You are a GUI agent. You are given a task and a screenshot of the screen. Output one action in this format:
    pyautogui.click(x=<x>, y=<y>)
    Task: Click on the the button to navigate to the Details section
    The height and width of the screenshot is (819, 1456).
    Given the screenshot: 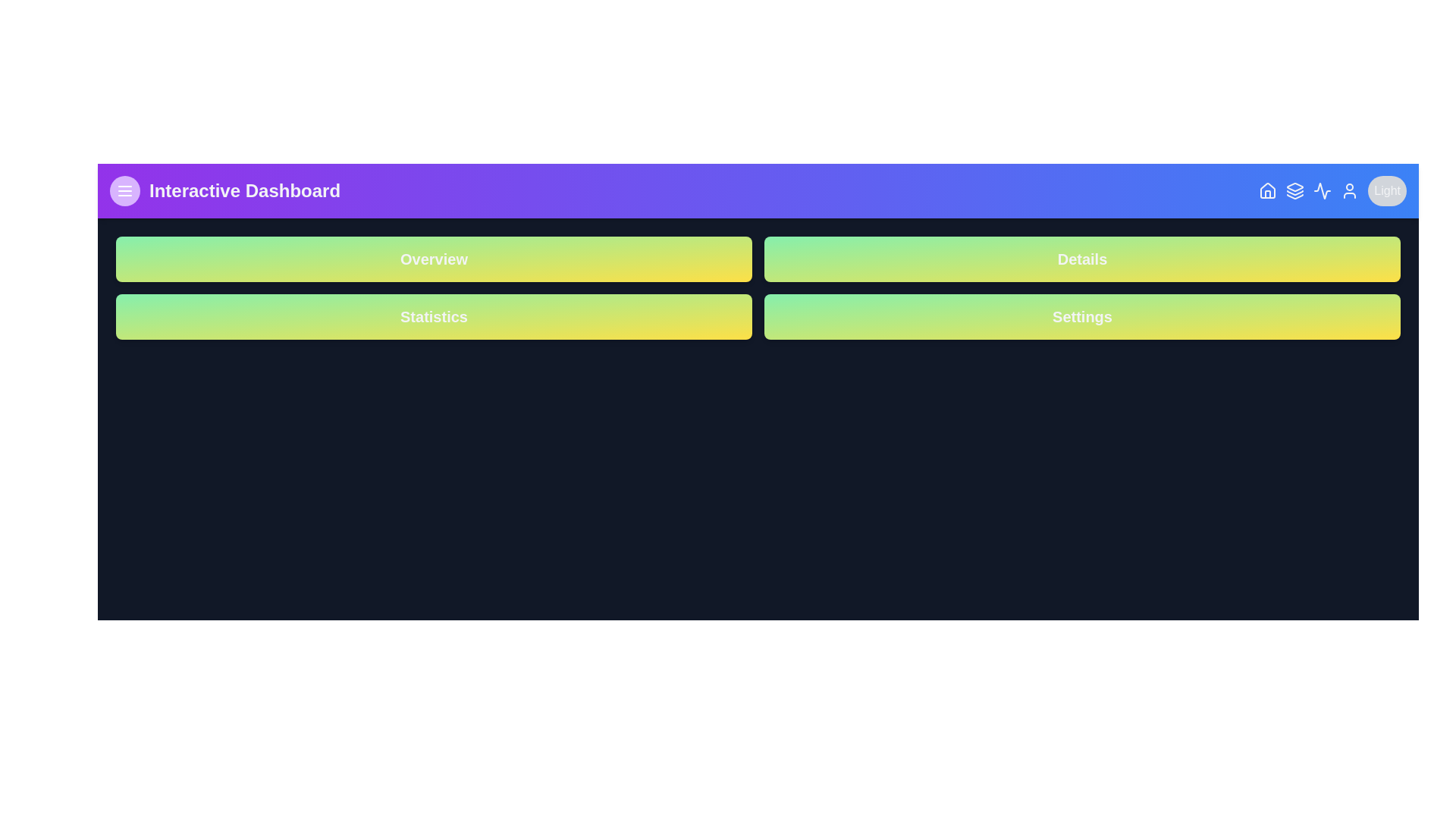 What is the action you would take?
    pyautogui.click(x=1081, y=259)
    